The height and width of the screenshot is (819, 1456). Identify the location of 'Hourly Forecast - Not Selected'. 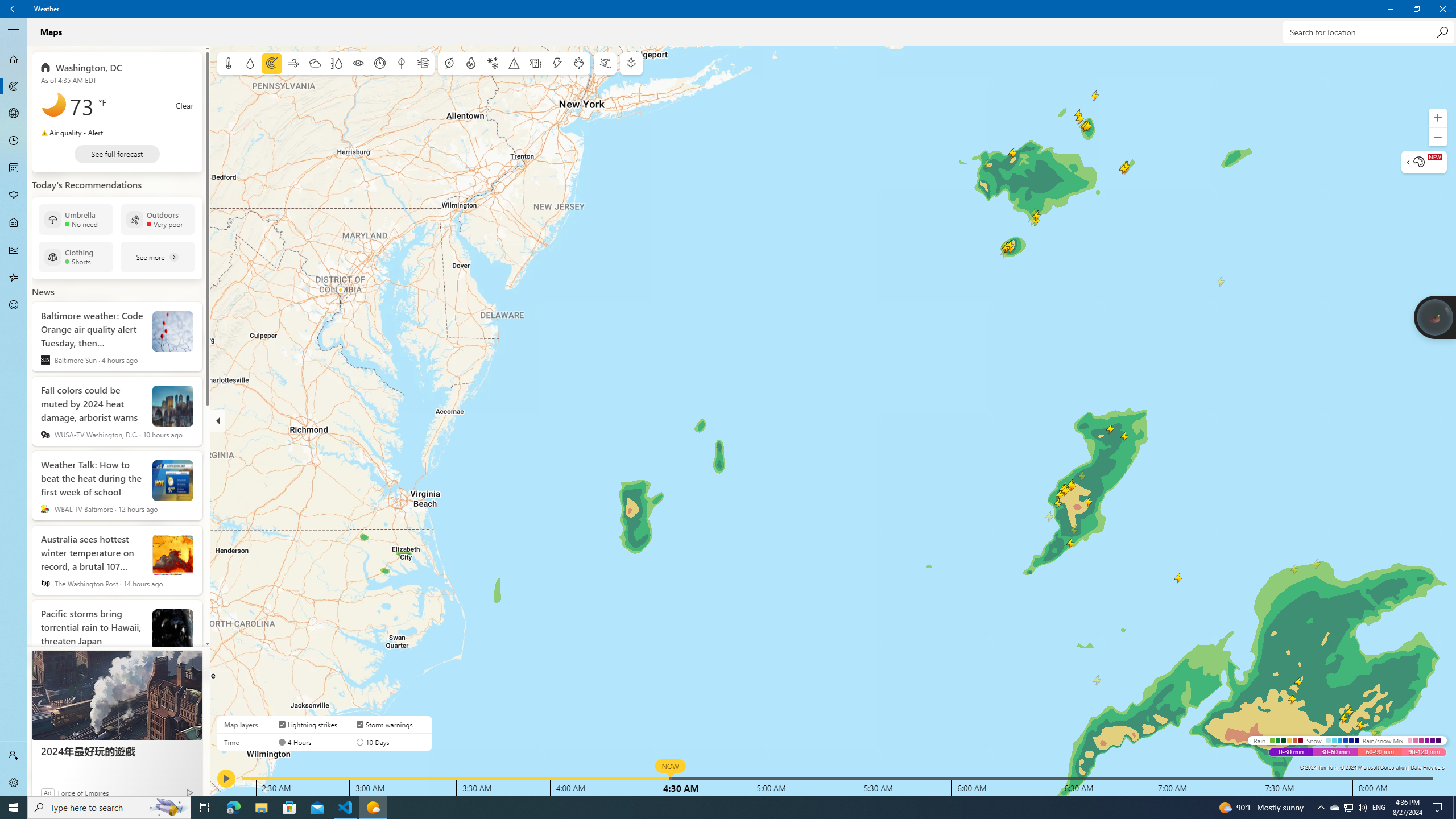
(14, 141).